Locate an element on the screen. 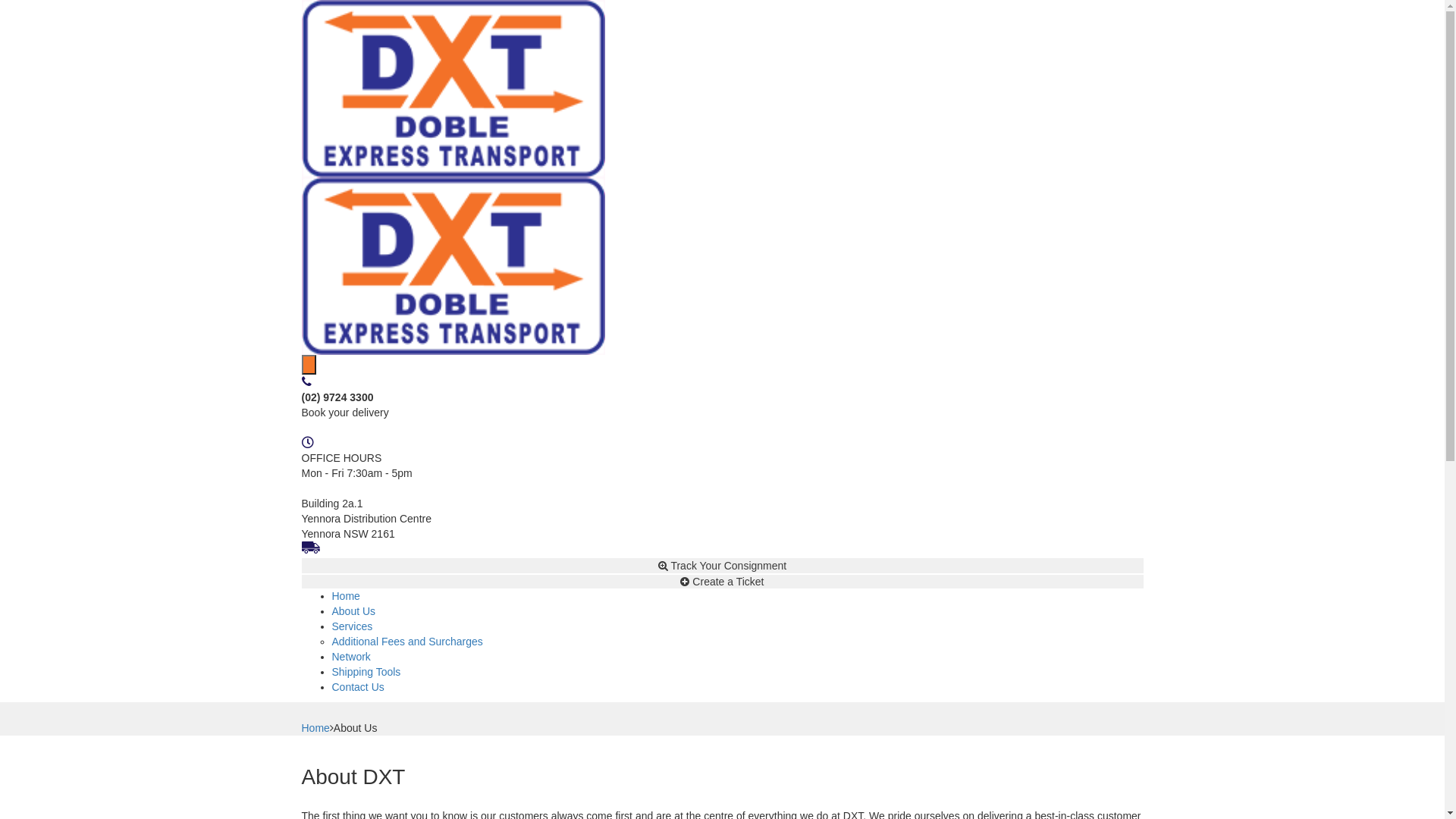 The width and height of the screenshot is (1456, 819). 'Contact Us' is located at coordinates (357, 687).